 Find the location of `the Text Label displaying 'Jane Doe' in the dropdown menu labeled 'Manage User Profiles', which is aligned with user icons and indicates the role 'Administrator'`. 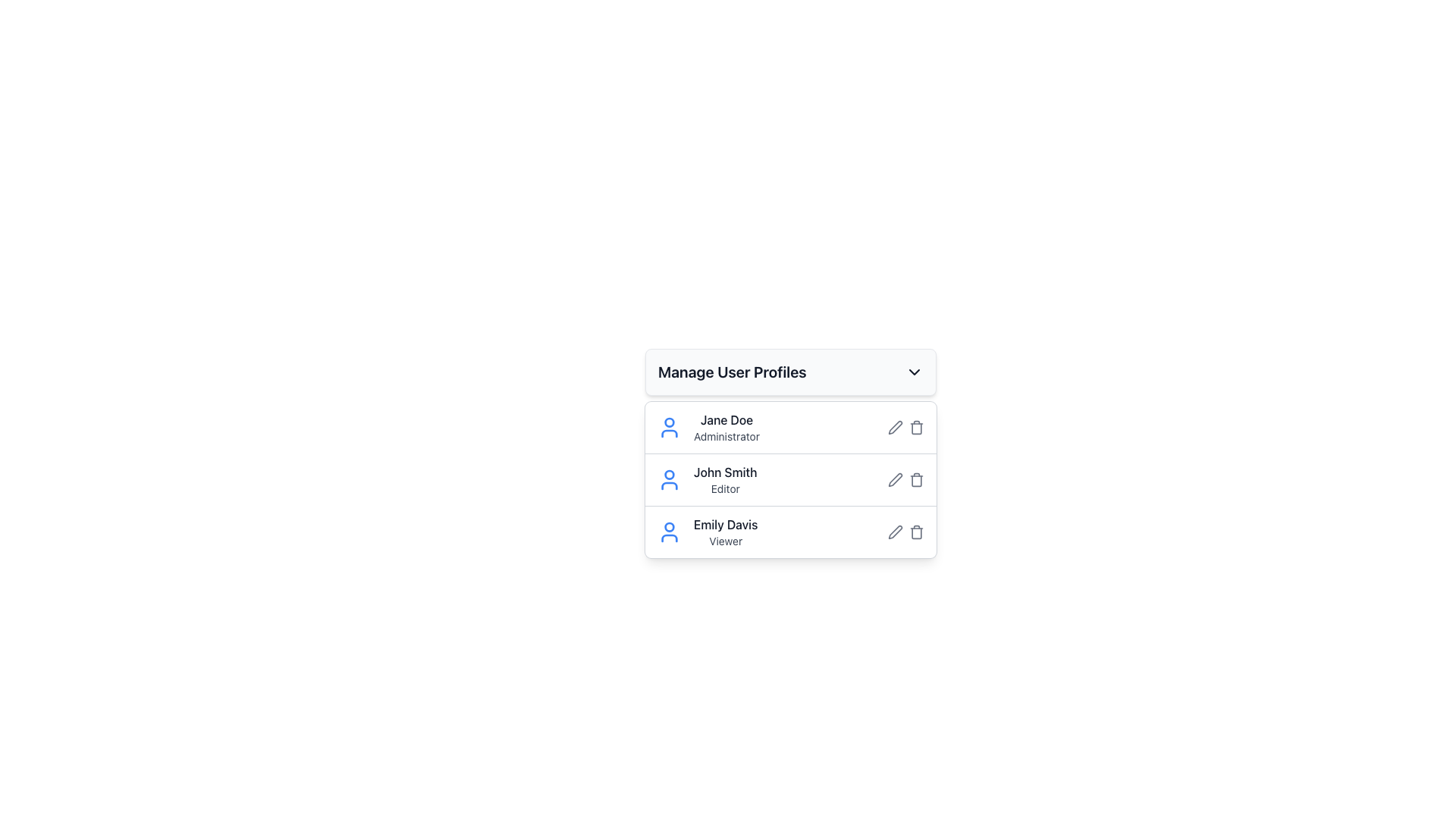

the Text Label displaying 'Jane Doe' in the dropdown menu labeled 'Manage User Profiles', which is aligned with user icons and indicates the role 'Administrator' is located at coordinates (726, 420).